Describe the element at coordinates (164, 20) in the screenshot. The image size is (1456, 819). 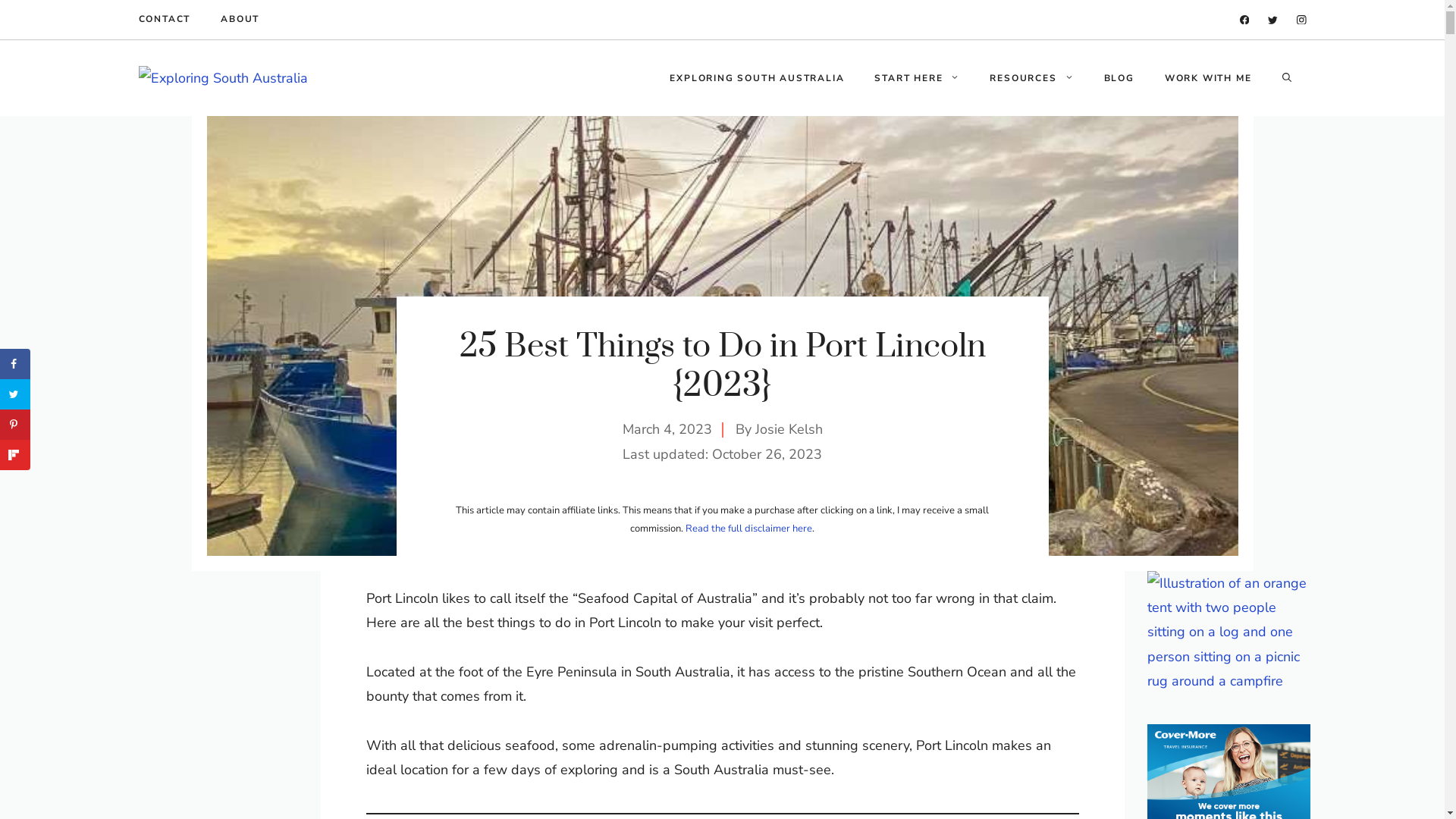
I see `'CONTACT'` at that location.